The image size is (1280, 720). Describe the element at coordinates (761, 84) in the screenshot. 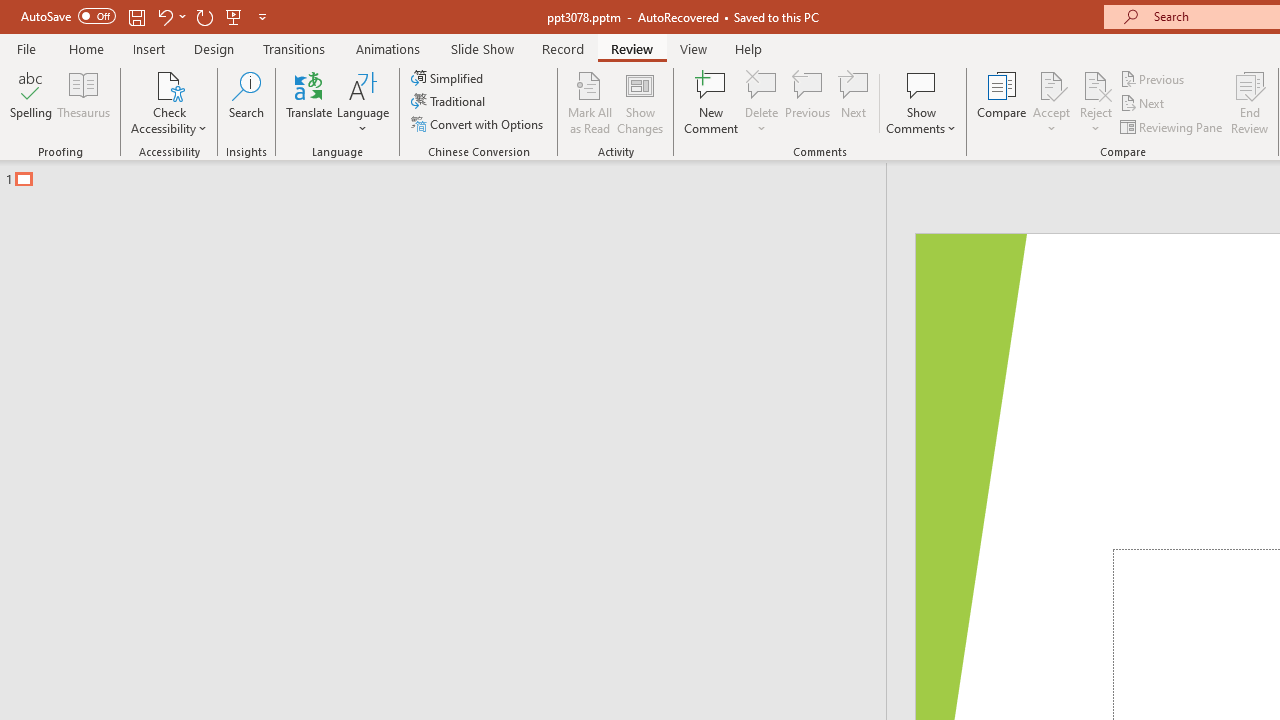

I see `'Delete'` at that location.